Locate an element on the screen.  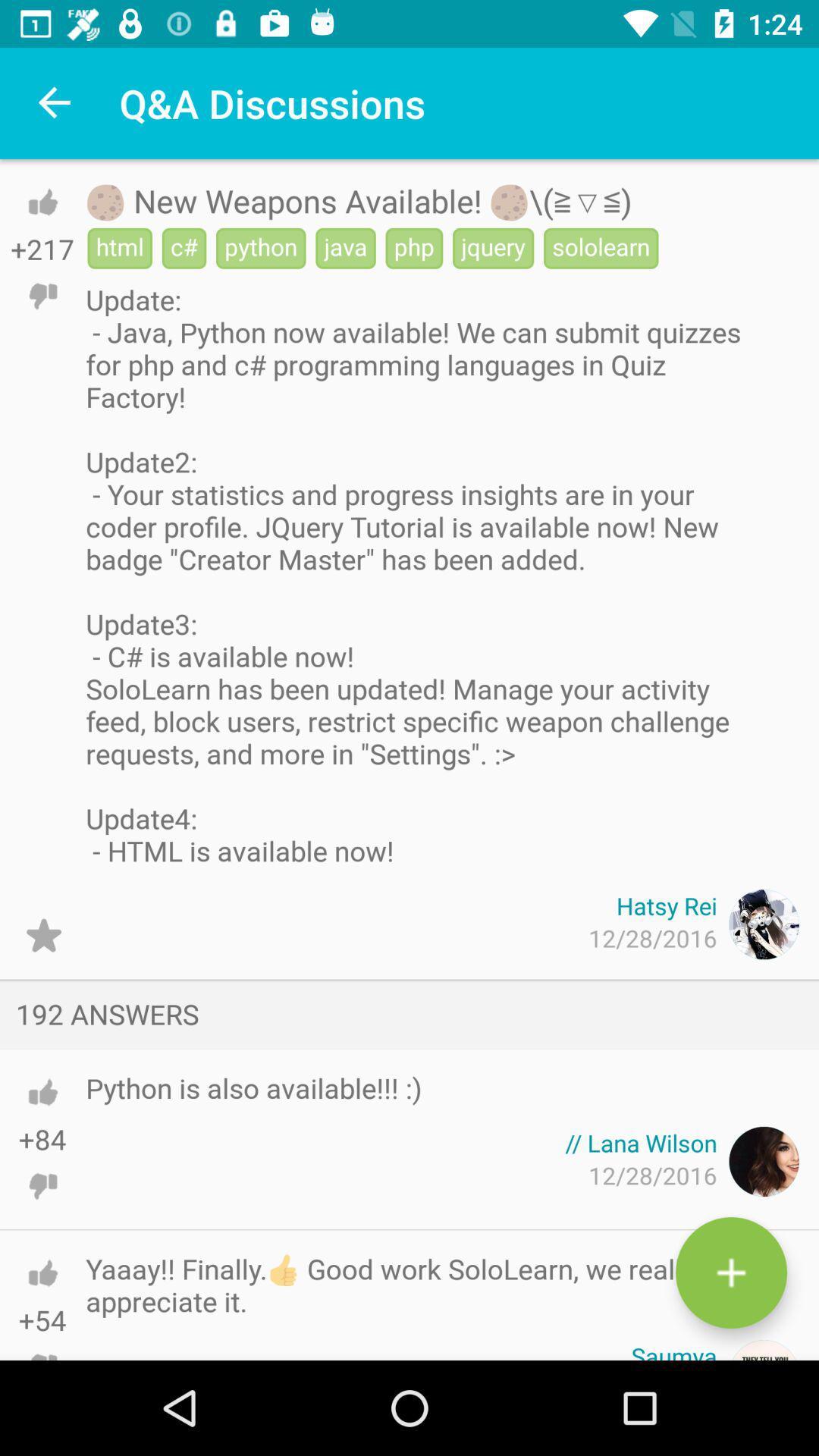
dislike the answer is located at coordinates (42, 1342).